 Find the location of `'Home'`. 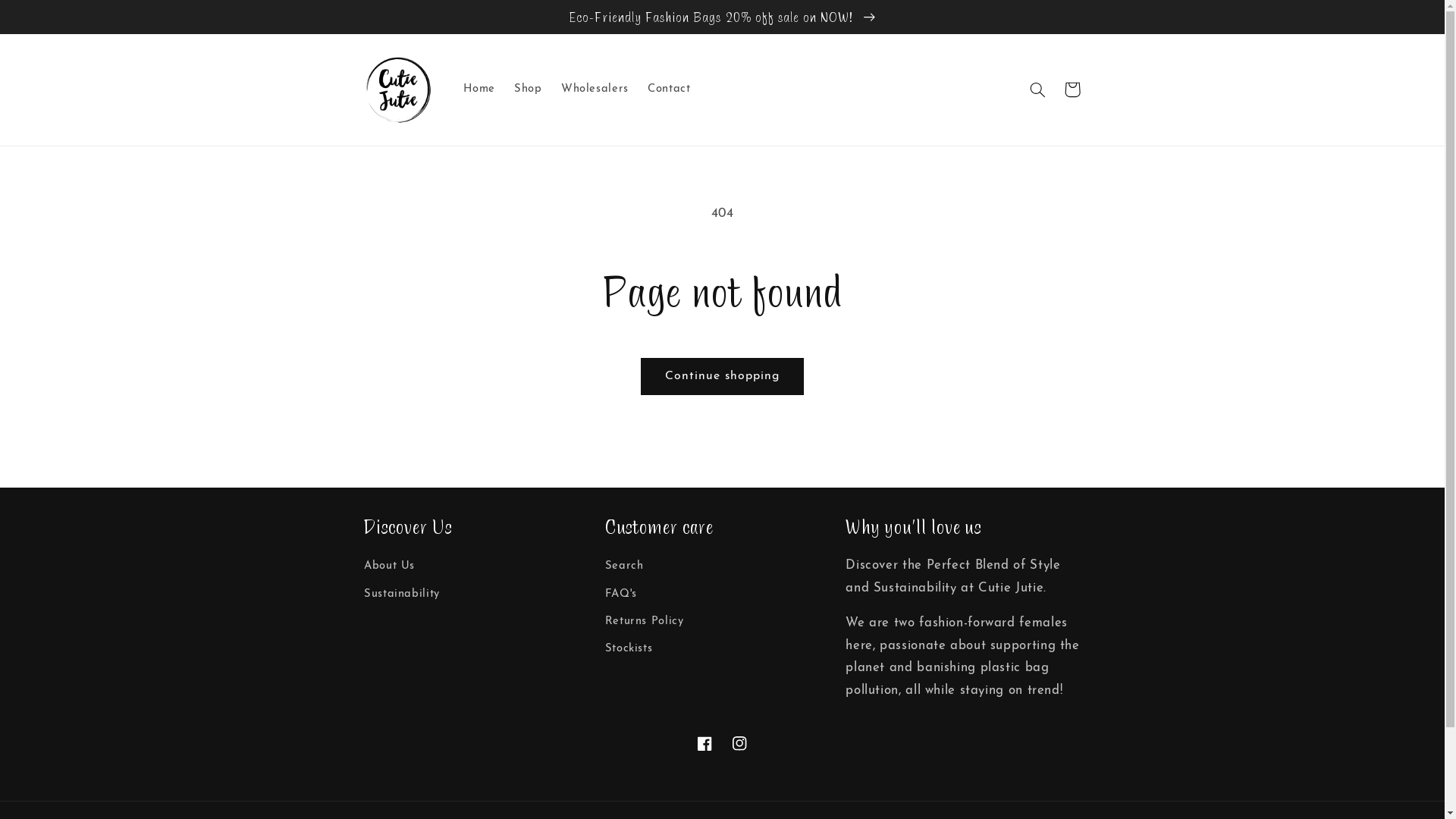

'Home' is located at coordinates (479, 89).